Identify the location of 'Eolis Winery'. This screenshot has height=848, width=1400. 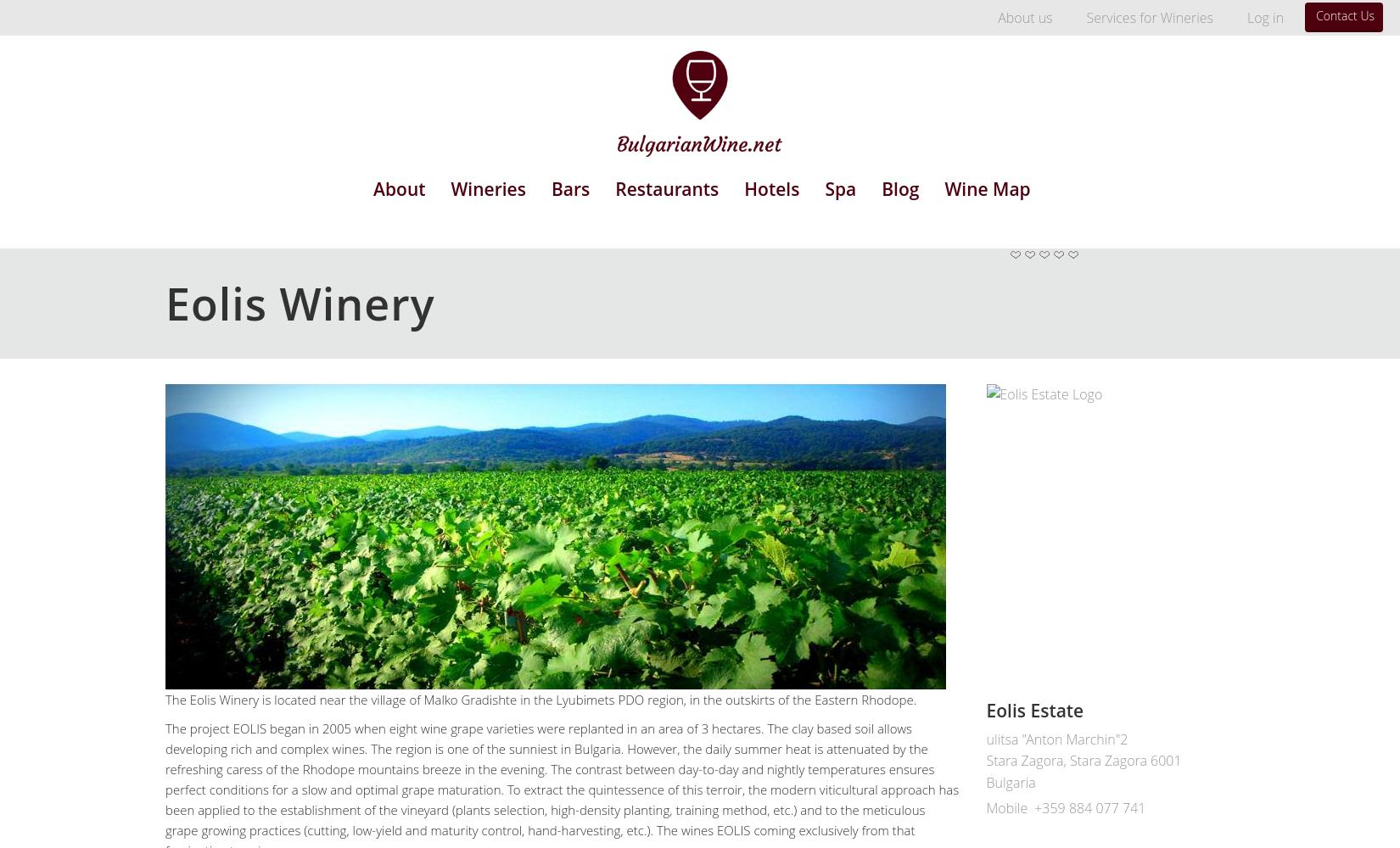
(300, 301).